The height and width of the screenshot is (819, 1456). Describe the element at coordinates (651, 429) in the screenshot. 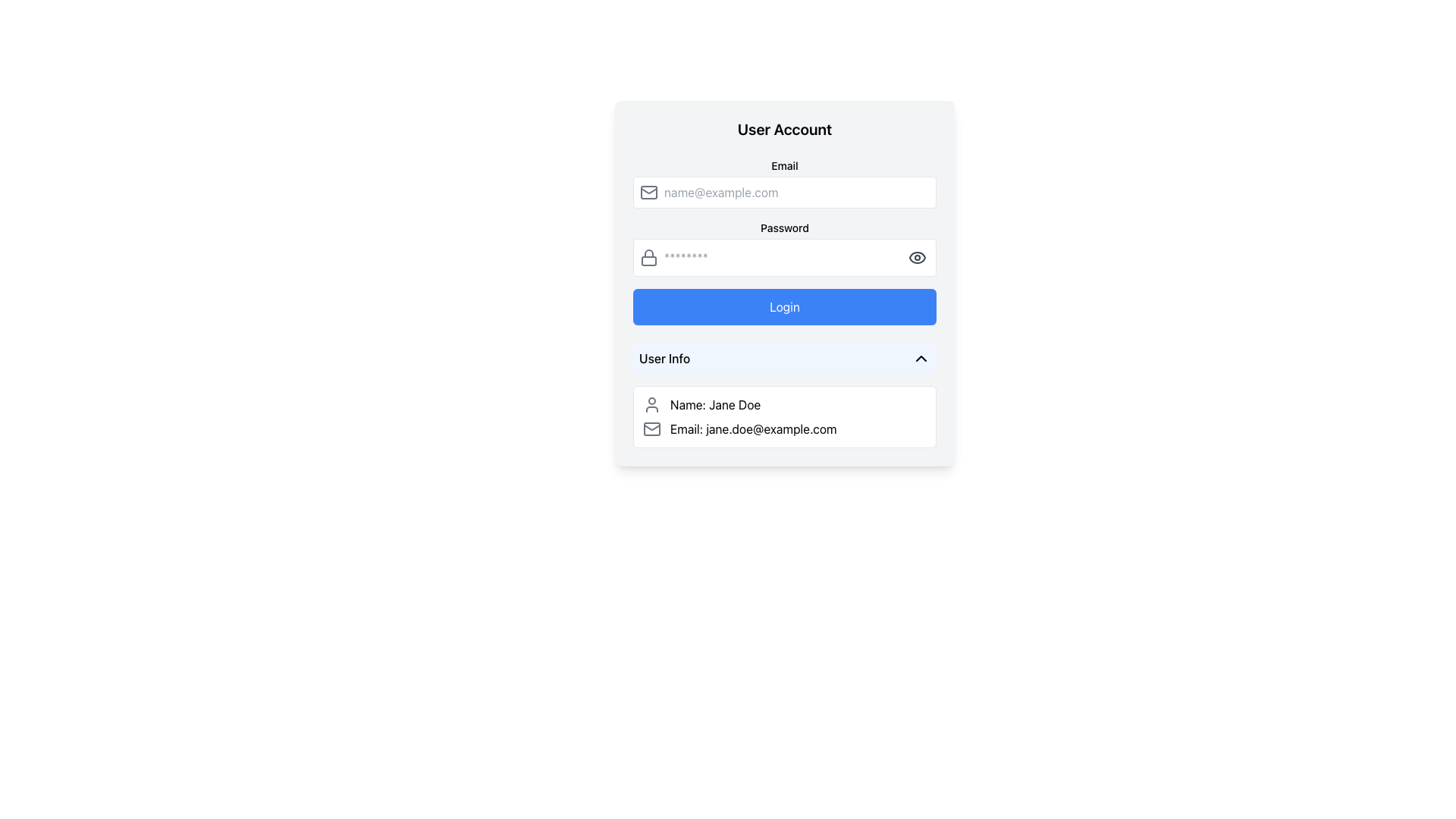

I see `the decorative email icon located to the left of the text 'Email: jane.doe@example.com' in the 'User Info' section` at that location.